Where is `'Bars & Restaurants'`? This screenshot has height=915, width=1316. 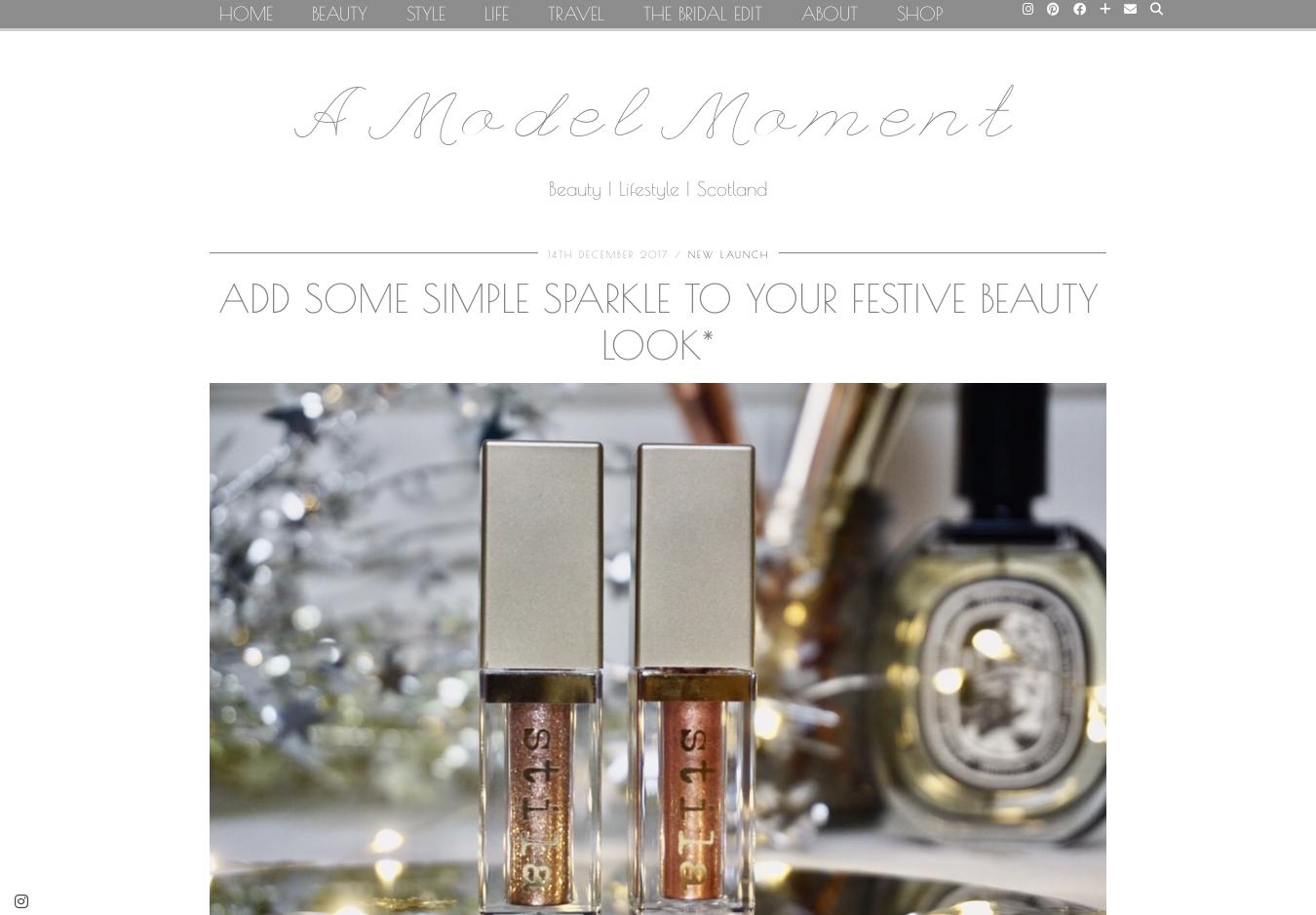
'Bars & Restaurants' is located at coordinates (547, 180).